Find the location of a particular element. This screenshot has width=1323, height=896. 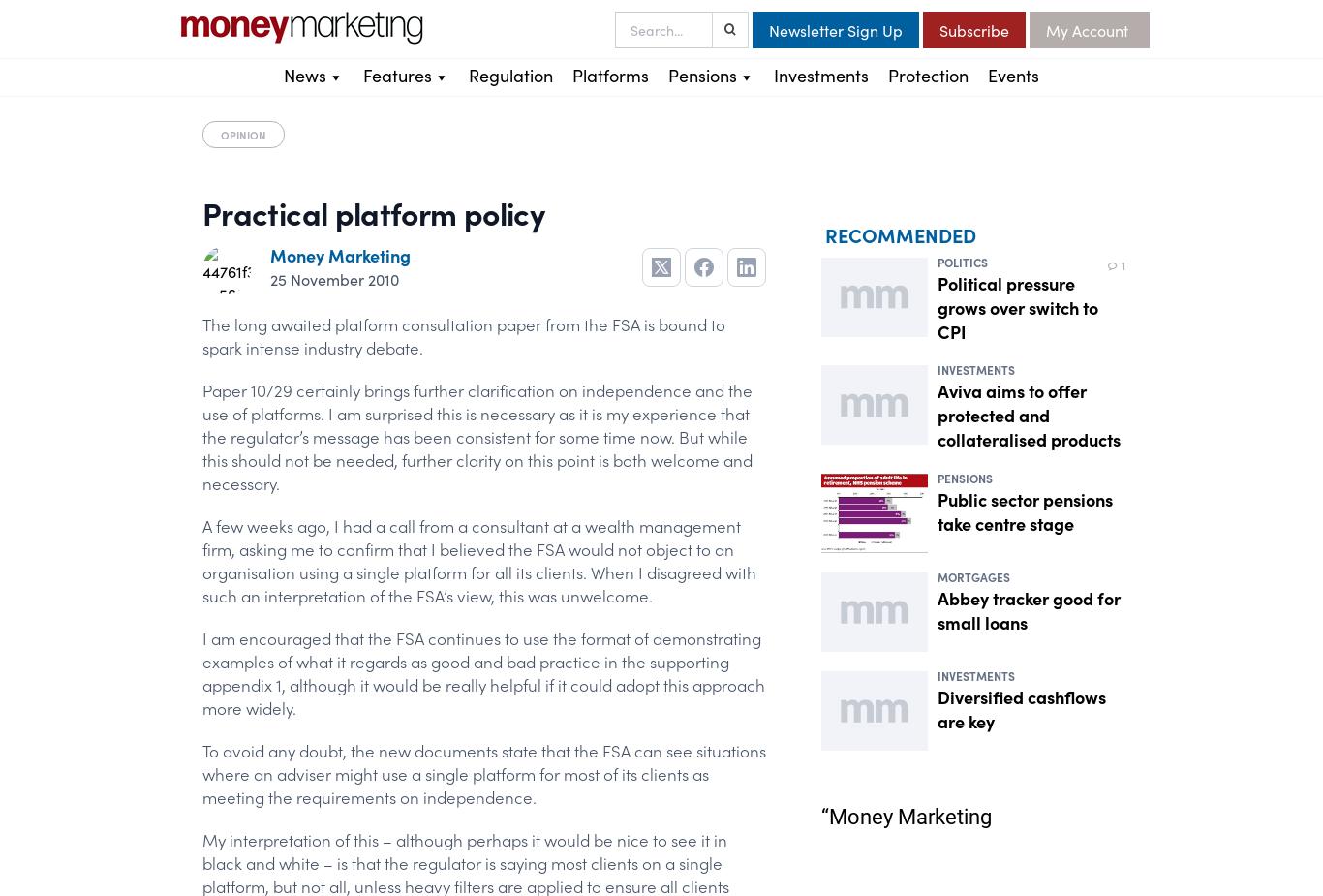

'The long awaited platform consultation paper from the FSA is bound to spark intense industry debate.' is located at coordinates (200, 334).